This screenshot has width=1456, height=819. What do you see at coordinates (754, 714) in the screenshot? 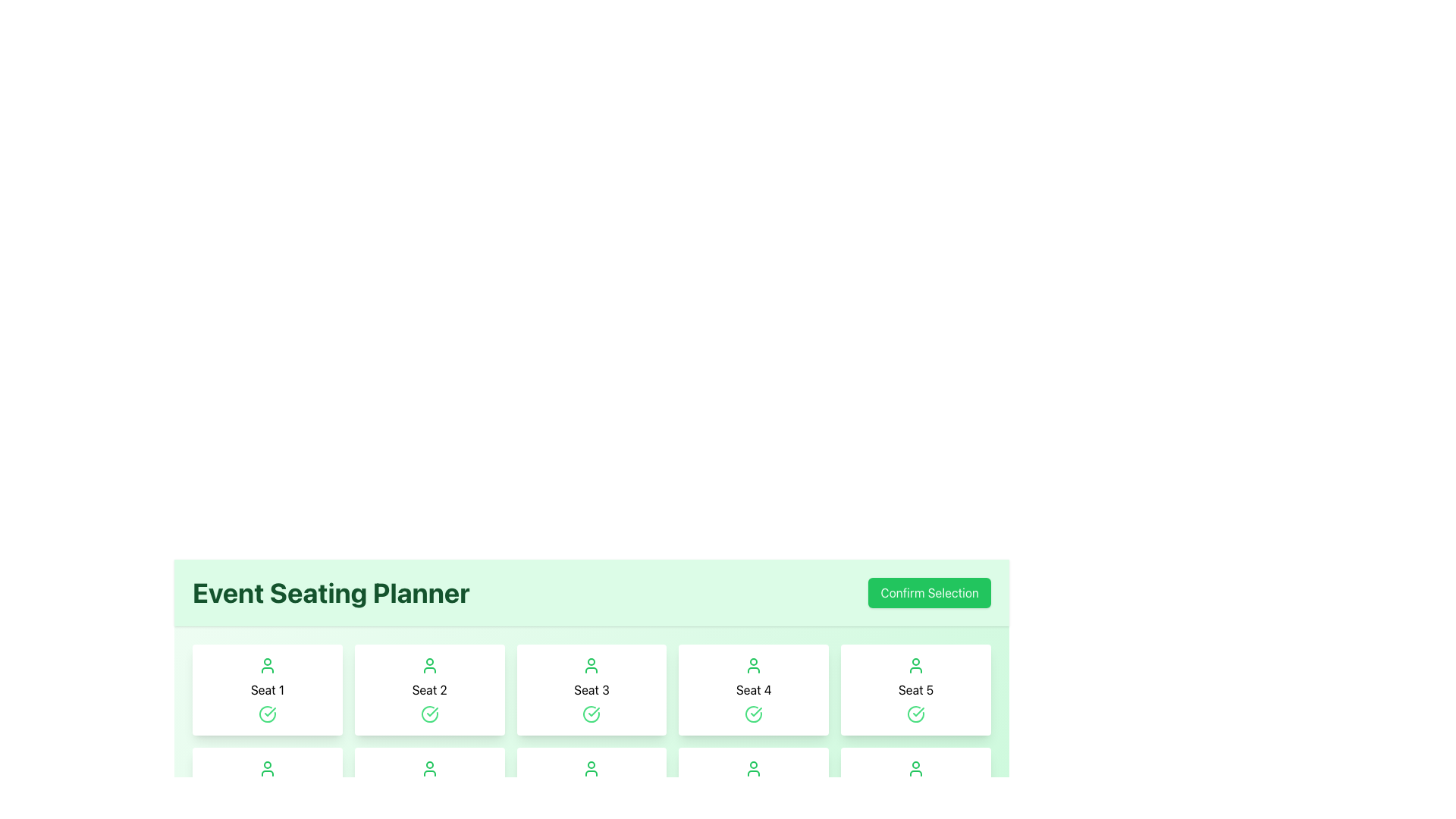
I see `the circular arc graphical element within the 'Seat 4' section of the 'Event Seating Planner' interface` at bounding box center [754, 714].